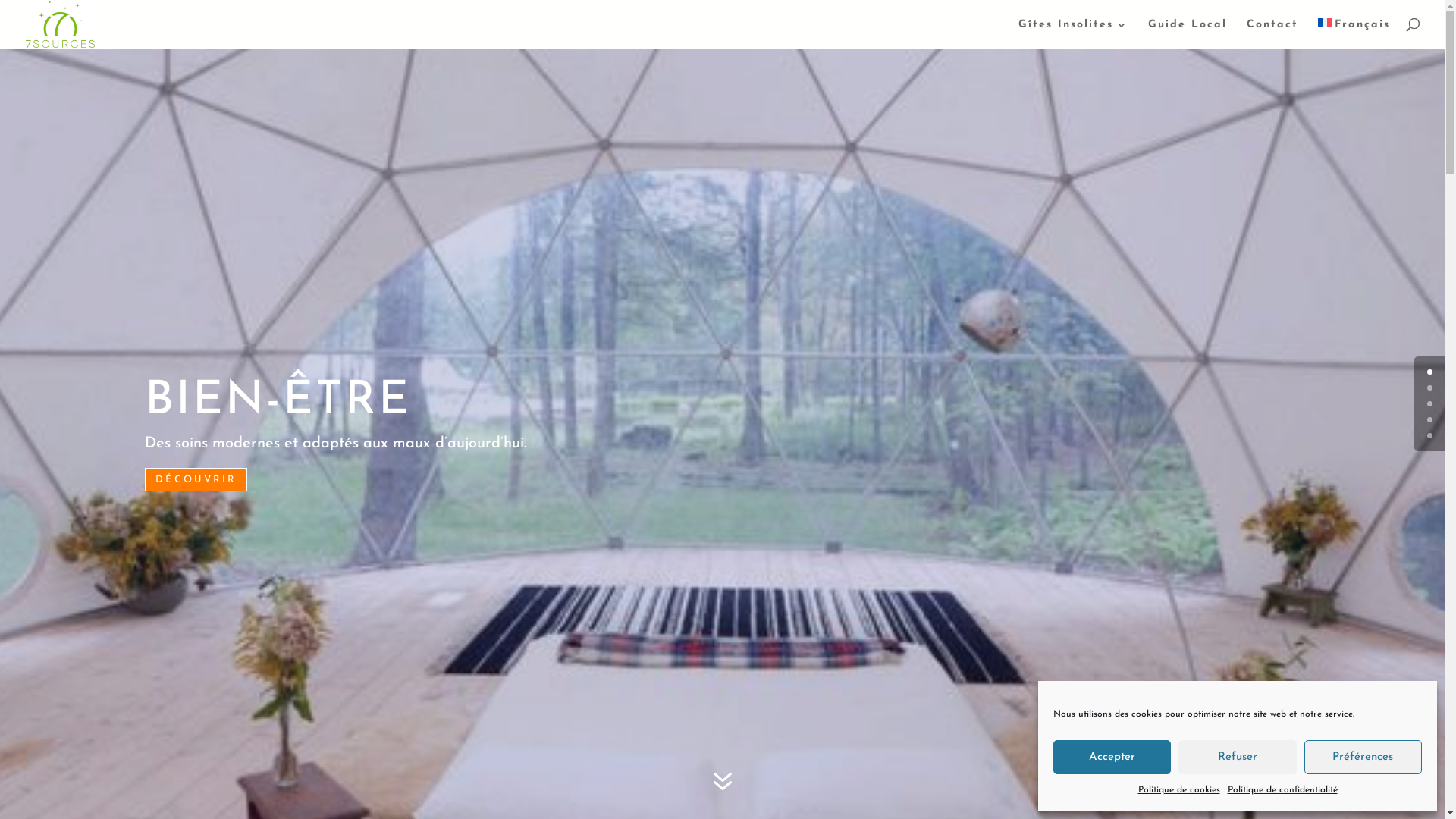 Image resolution: width=1456 pixels, height=819 pixels. I want to click on '4', so click(1429, 435).